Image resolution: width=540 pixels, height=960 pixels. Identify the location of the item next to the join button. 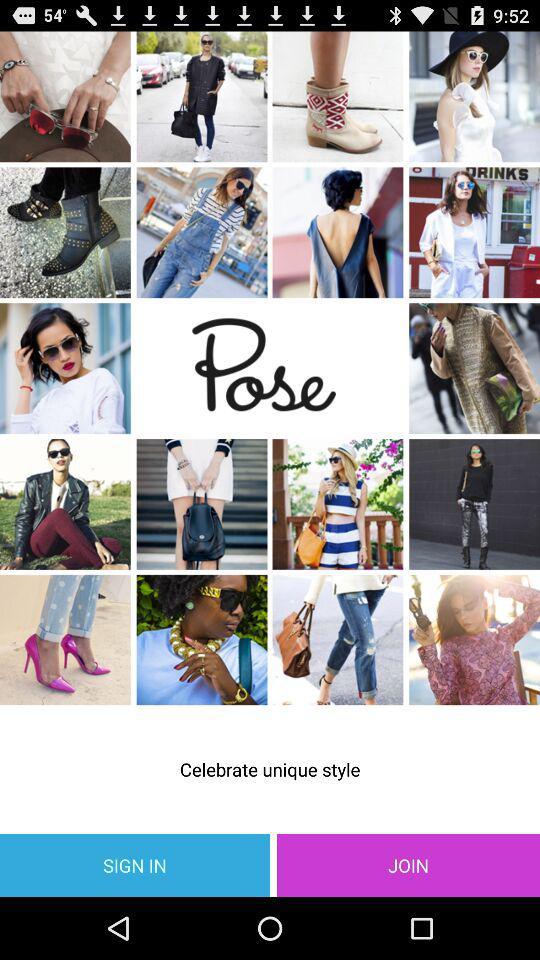
(135, 864).